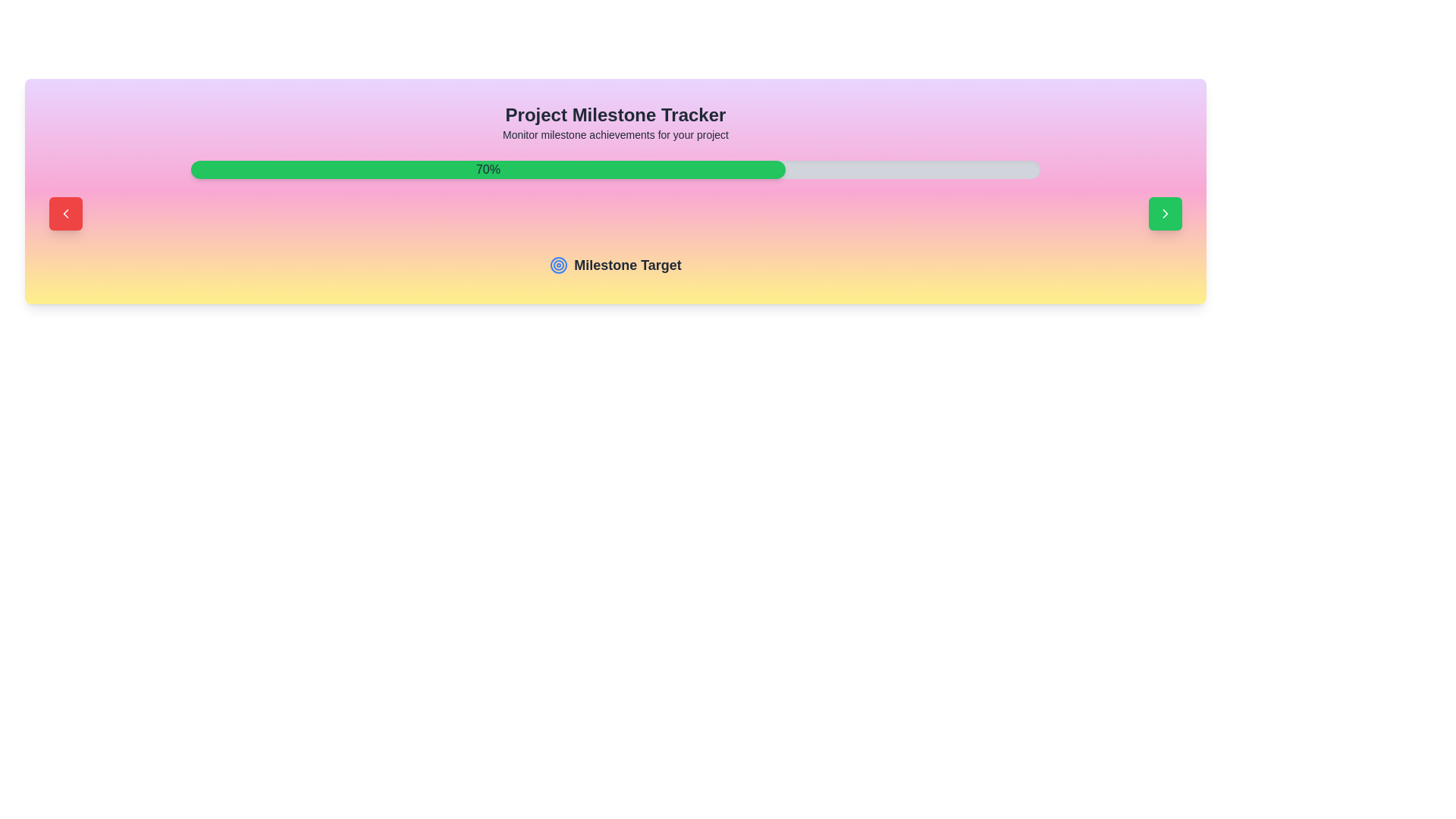 This screenshot has height=819, width=1456. What do you see at coordinates (488, 169) in the screenshot?
I see `the Progress Indicator that visually represents a completion level of 70%` at bounding box center [488, 169].